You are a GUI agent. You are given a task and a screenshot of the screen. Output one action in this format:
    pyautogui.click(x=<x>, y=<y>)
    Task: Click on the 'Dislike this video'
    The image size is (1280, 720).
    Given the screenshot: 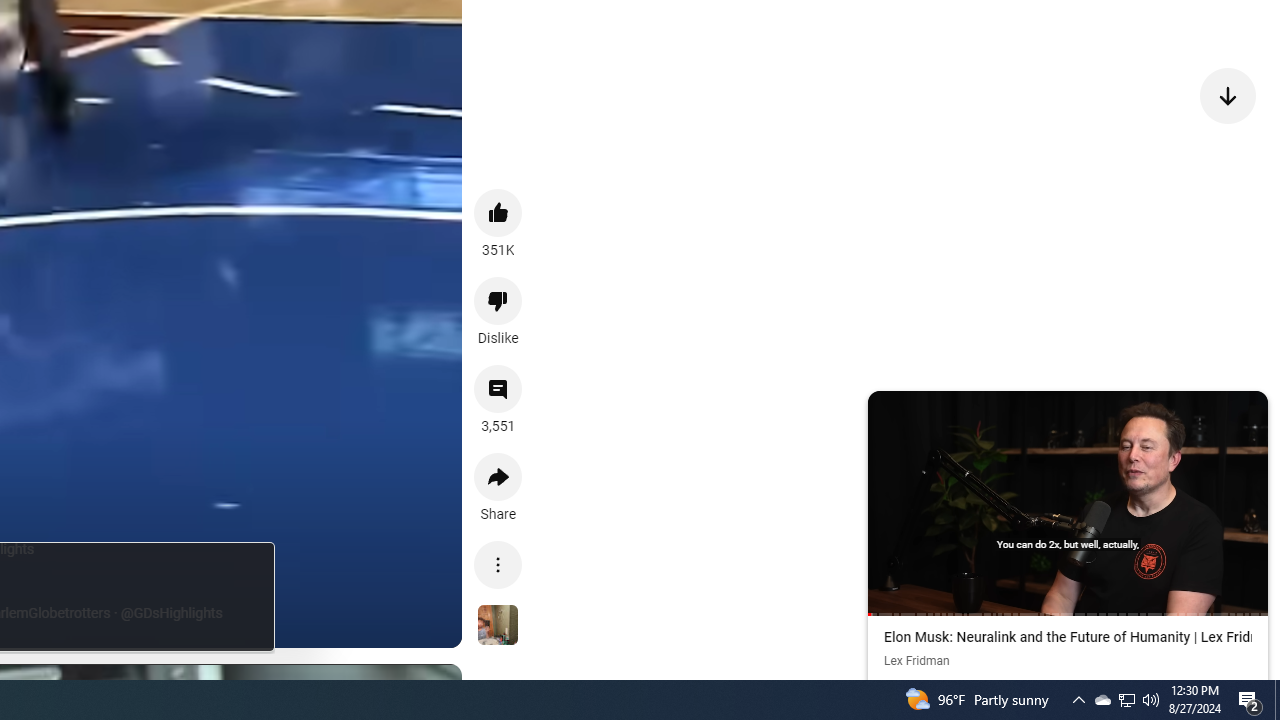 What is the action you would take?
    pyautogui.click(x=498, y=300)
    